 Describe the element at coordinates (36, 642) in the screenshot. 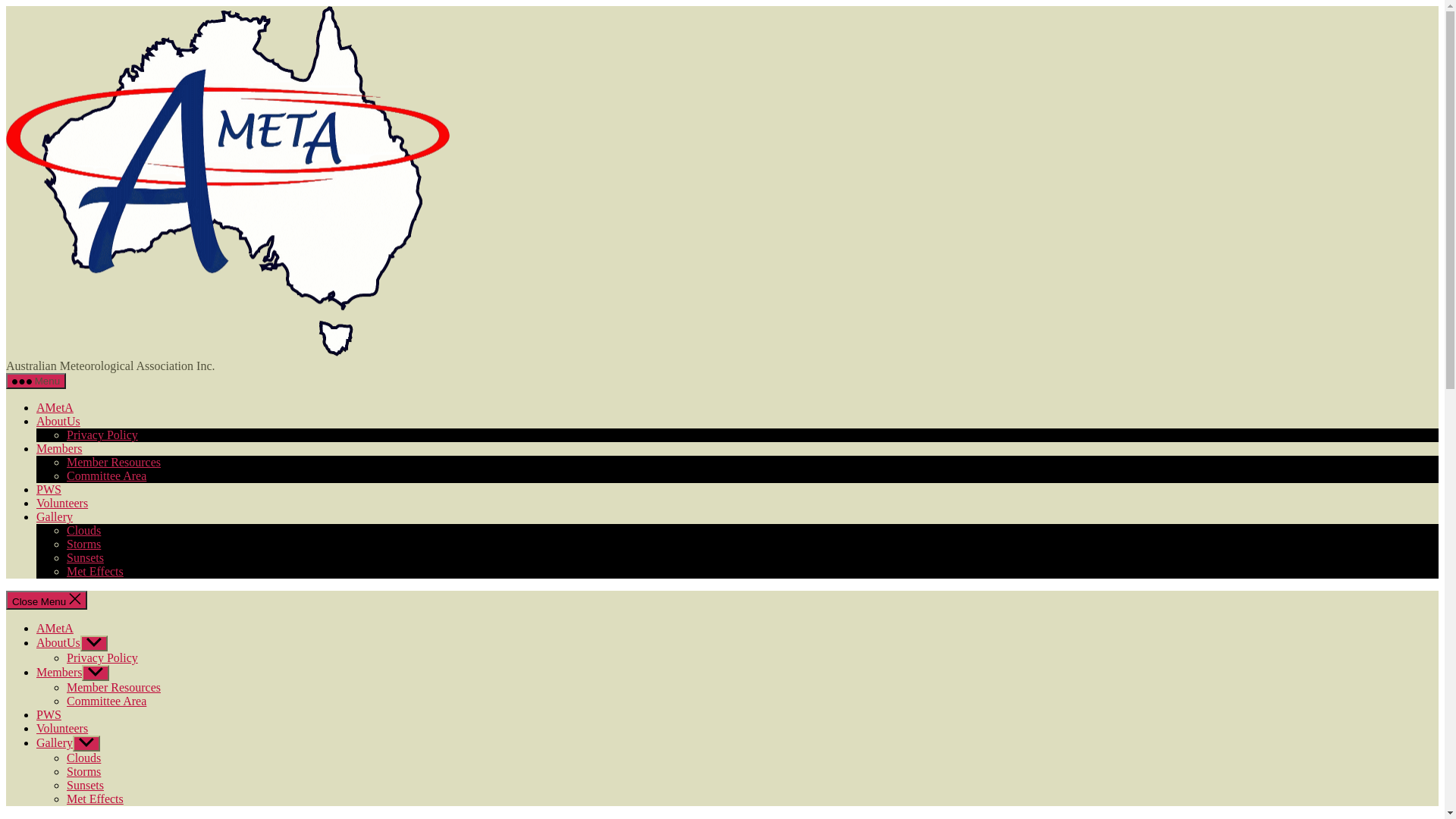

I see `'AboutUs'` at that location.